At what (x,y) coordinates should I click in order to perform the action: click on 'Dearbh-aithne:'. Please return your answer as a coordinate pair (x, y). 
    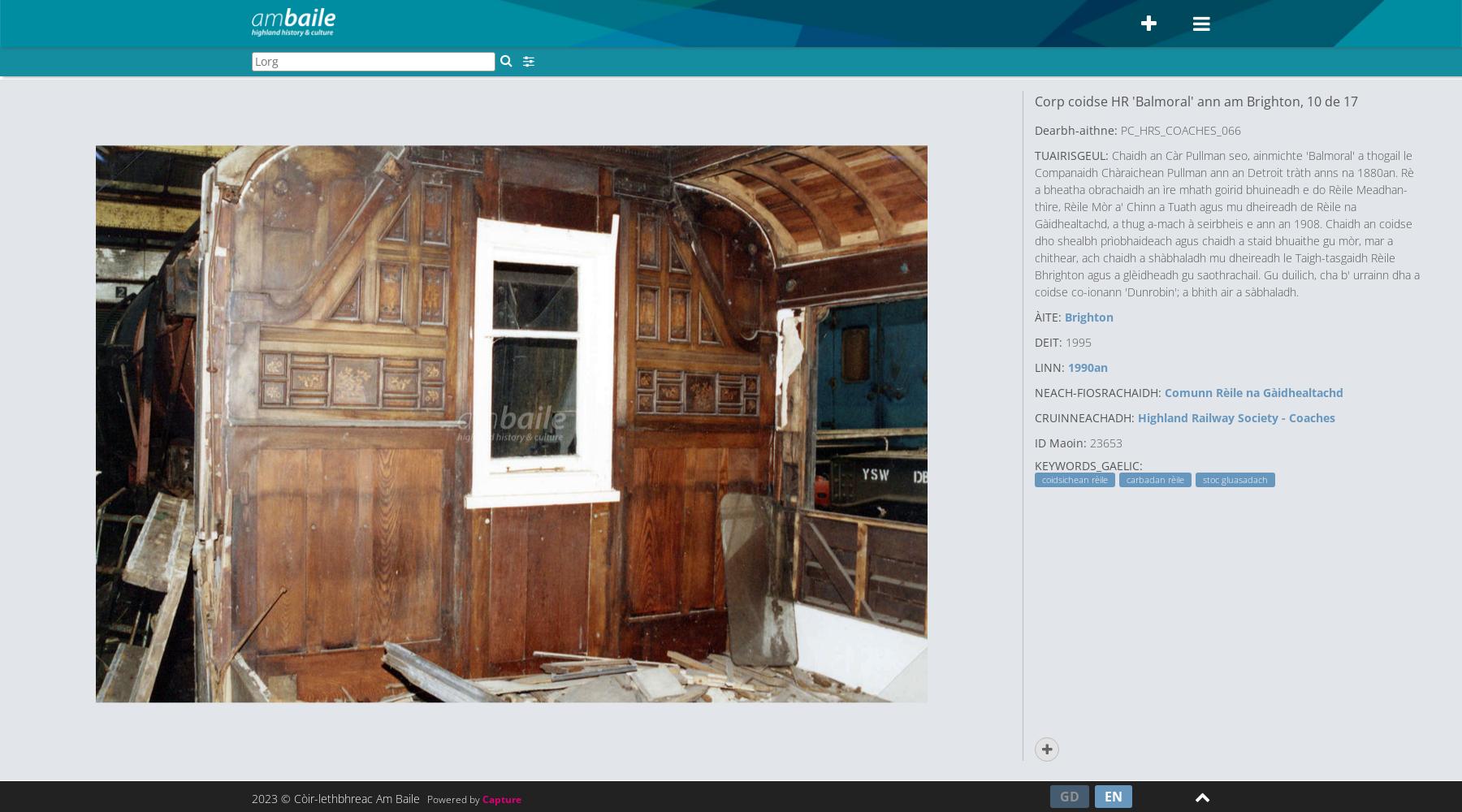
    Looking at the image, I should click on (1075, 129).